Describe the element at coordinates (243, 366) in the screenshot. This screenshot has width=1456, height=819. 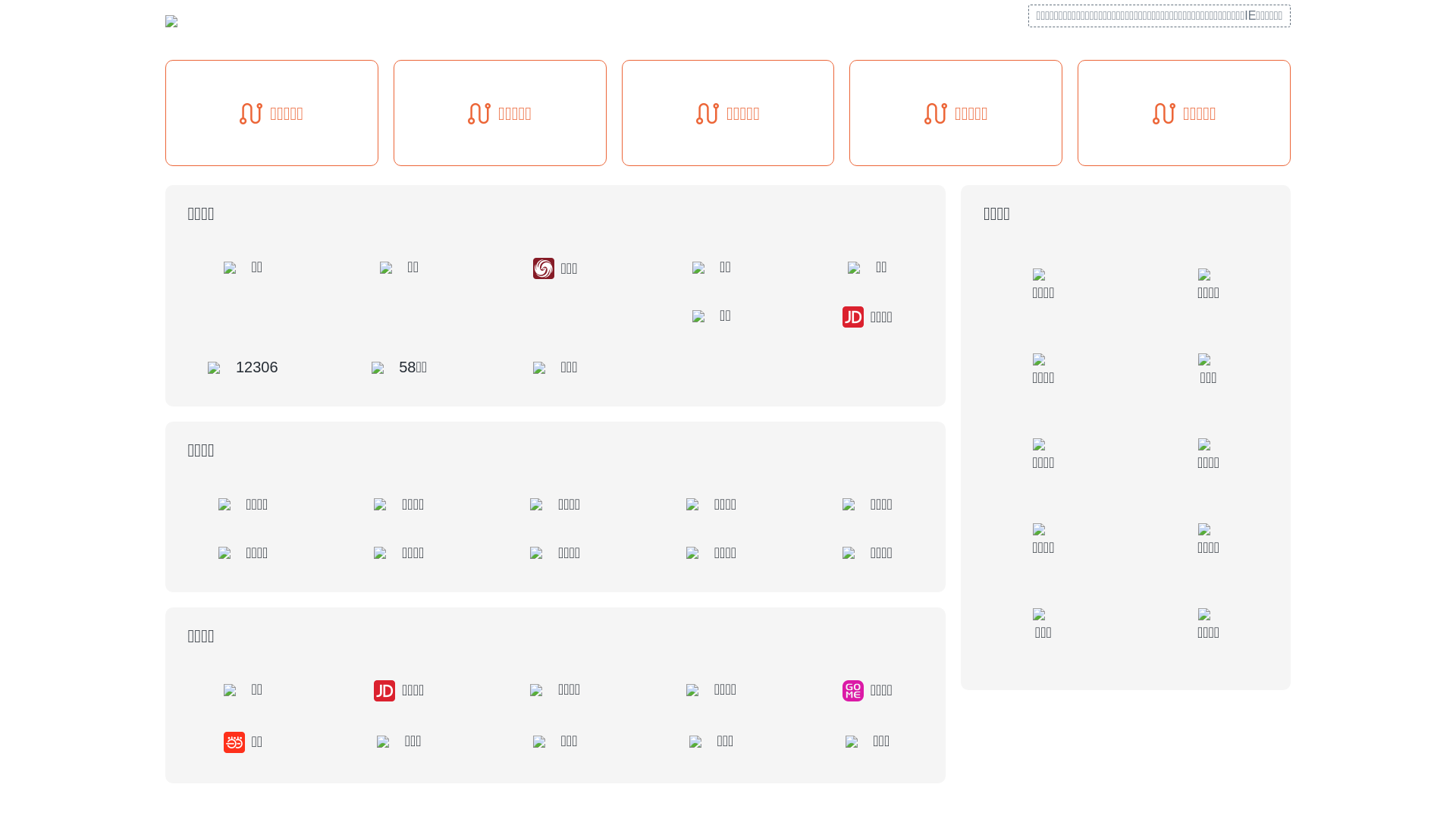
I see `'12306'` at that location.